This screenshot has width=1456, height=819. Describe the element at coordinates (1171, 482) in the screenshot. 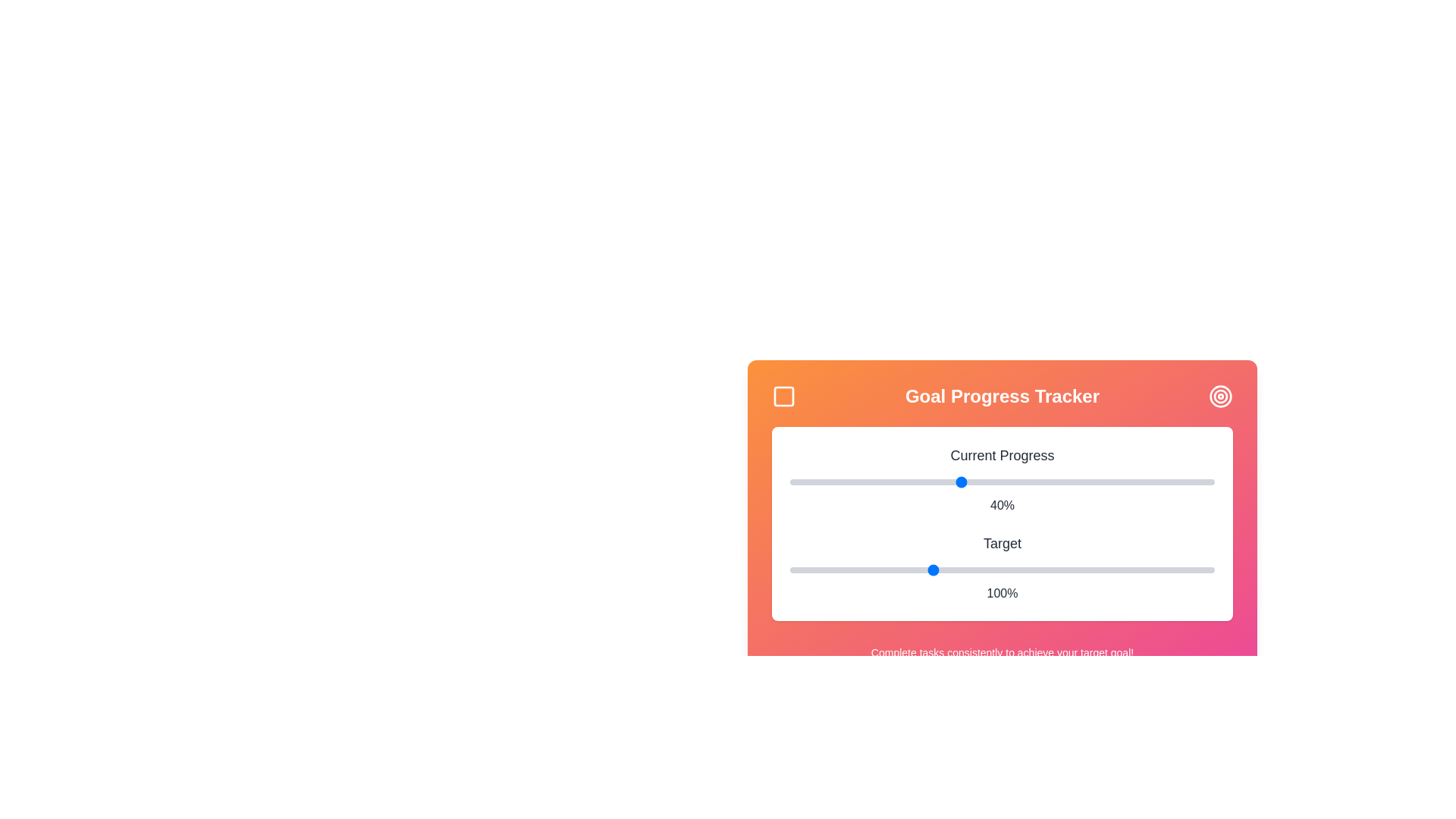

I see `the 'Current Progress' slider to 90%` at that location.